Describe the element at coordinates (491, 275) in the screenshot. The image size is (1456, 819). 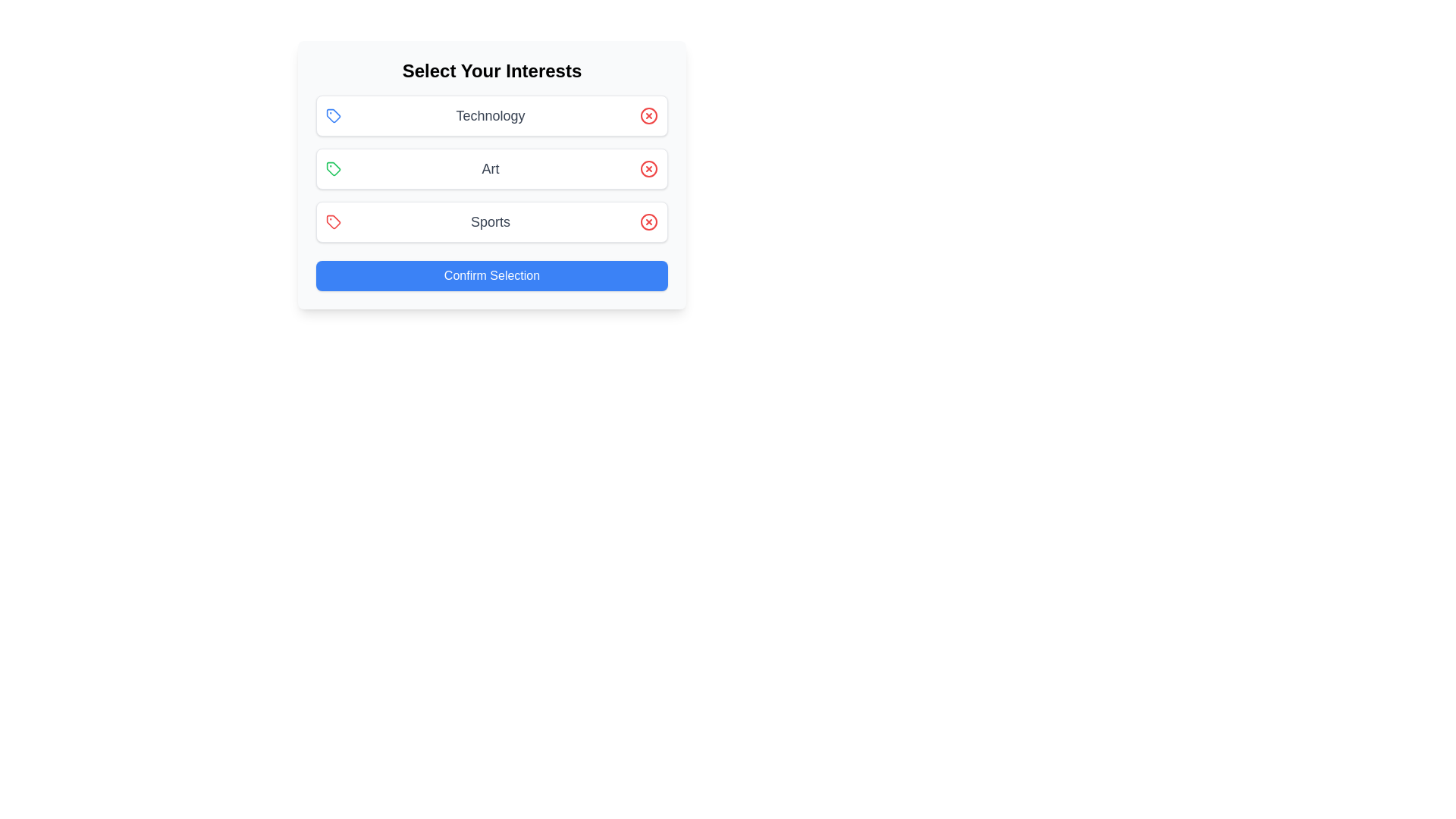
I see `the Confirm Selection Button to observe its hover effect` at that location.